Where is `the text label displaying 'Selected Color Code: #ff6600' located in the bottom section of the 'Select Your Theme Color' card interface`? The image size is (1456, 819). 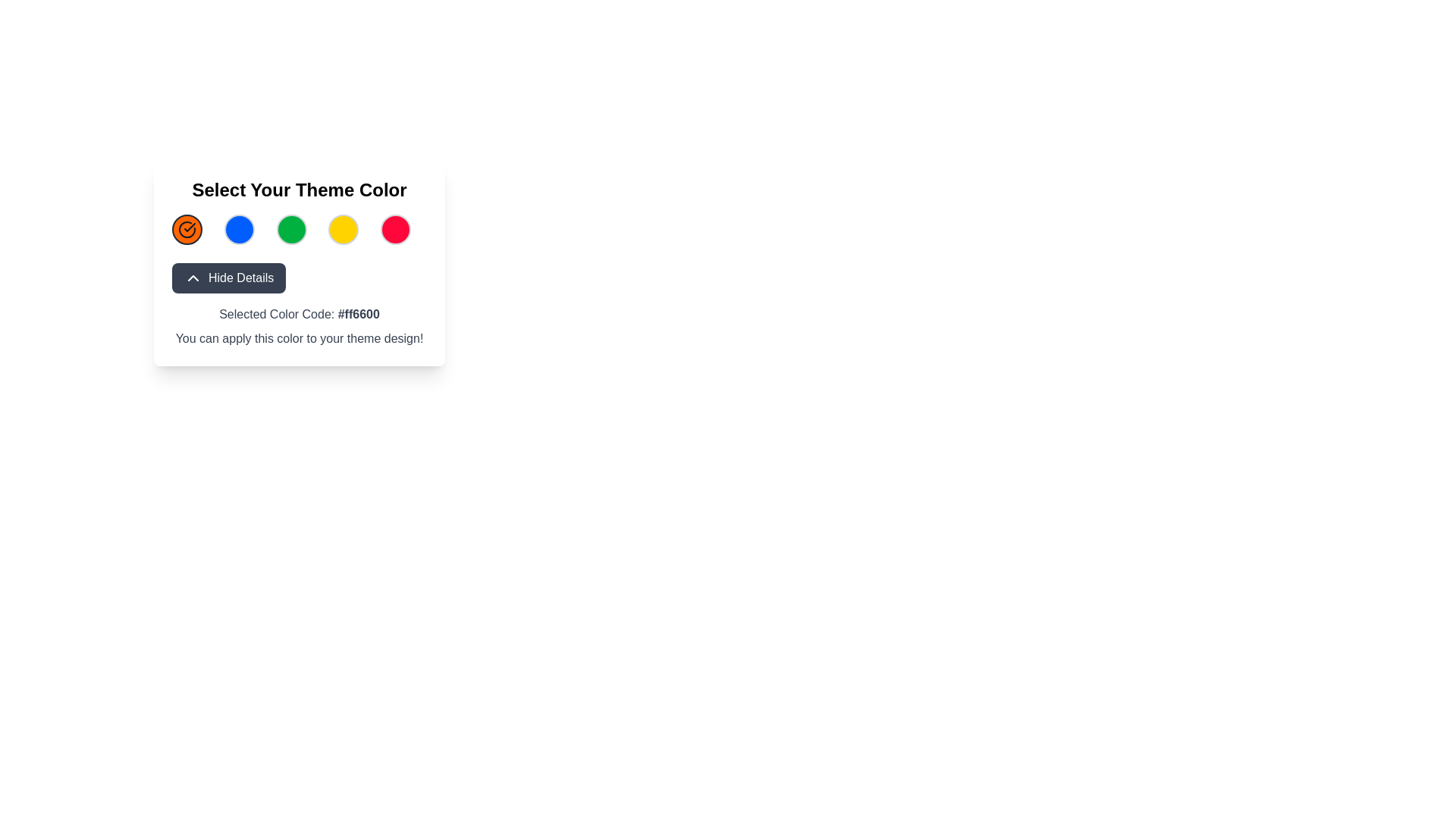
the text label displaying 'Selected Color Code: #ff6600' located in the bottom section of the 'Select Your Theme Color' card interface is located at coordinates (299, 314).